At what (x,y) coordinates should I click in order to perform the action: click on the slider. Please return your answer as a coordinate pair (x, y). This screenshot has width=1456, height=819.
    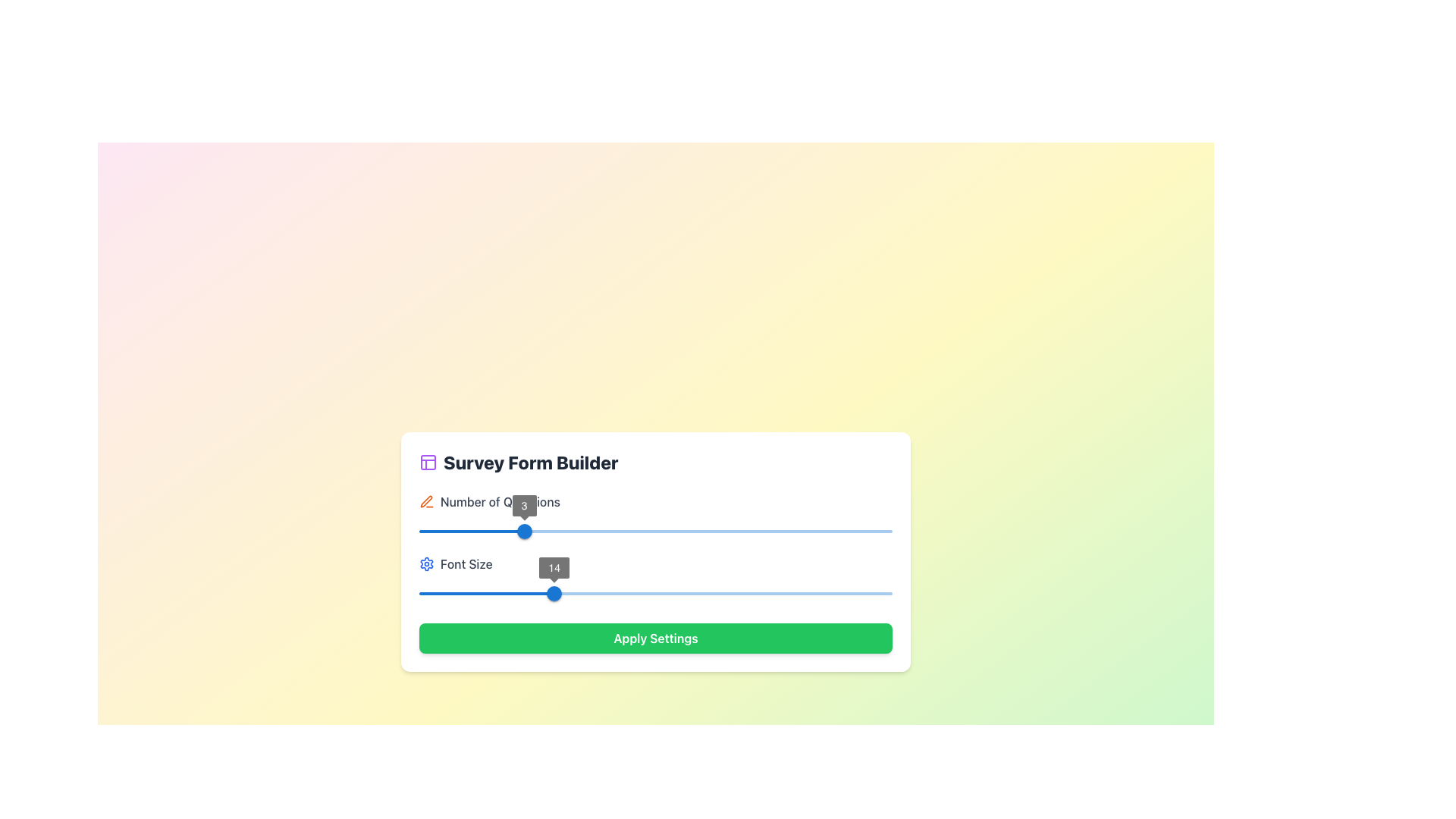
    Looking at the image, I should click on (560, 531).